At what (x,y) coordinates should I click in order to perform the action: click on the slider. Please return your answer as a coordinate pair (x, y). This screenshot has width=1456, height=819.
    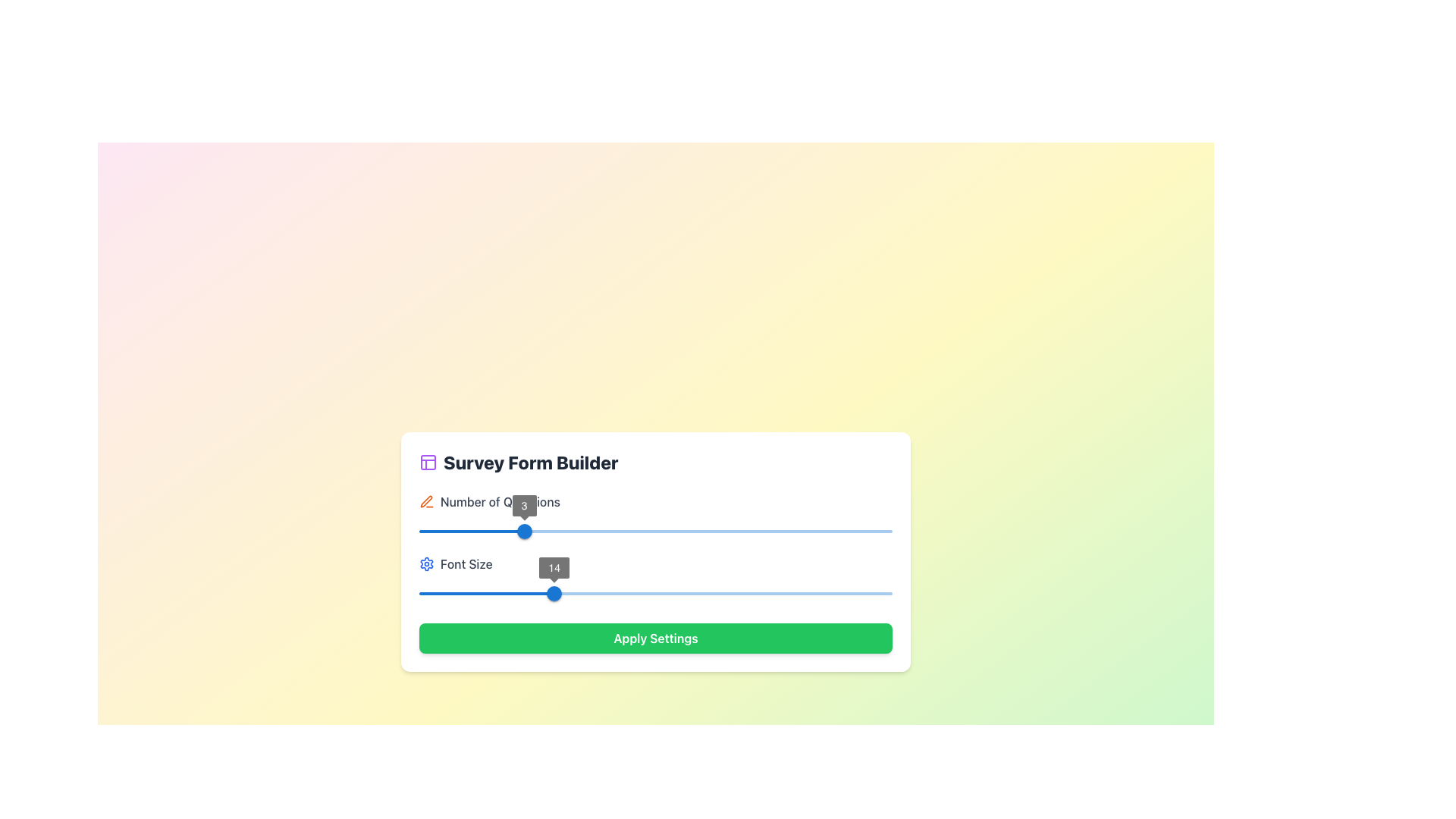
    Looking at the image, I should click on (560, 531).